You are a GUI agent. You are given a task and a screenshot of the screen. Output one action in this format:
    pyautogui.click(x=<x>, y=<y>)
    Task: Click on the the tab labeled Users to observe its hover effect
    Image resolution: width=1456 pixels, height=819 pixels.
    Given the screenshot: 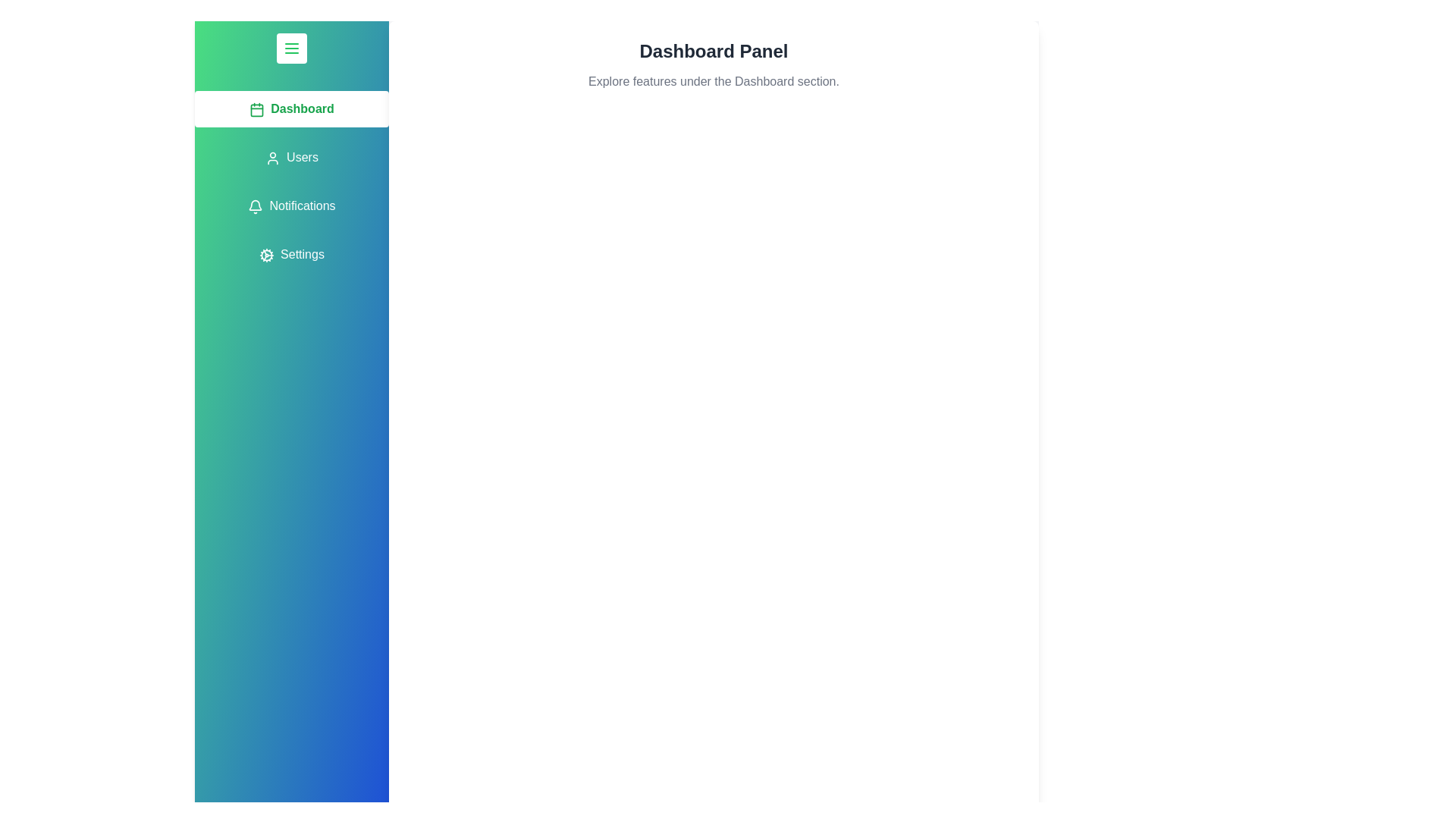 What is the action you would take?
    pyautogui.click(x=291, y=158)
    